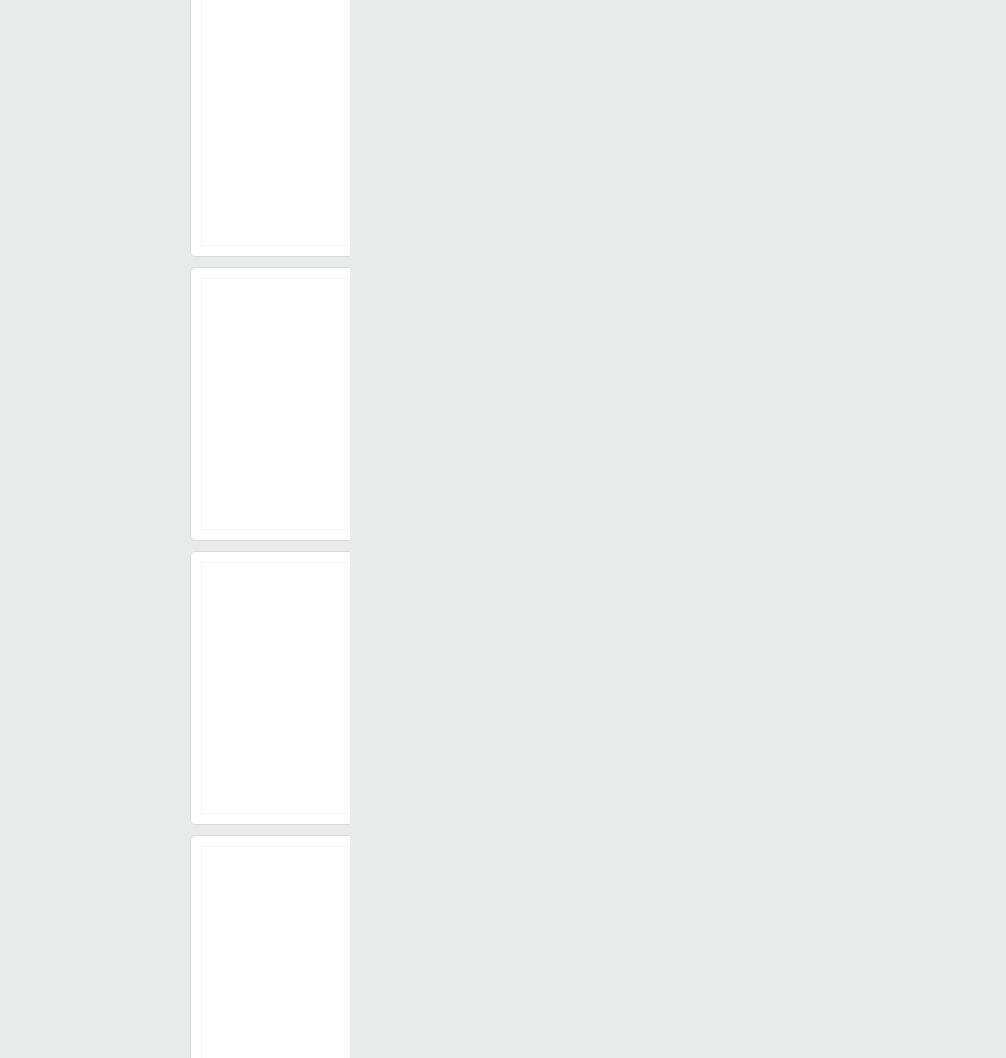 The width and height of the screenshot is (1006, 1058). Describe the element at coordinates (476, 767) in the screenshot. I see `'Country of Origin'` at that location.